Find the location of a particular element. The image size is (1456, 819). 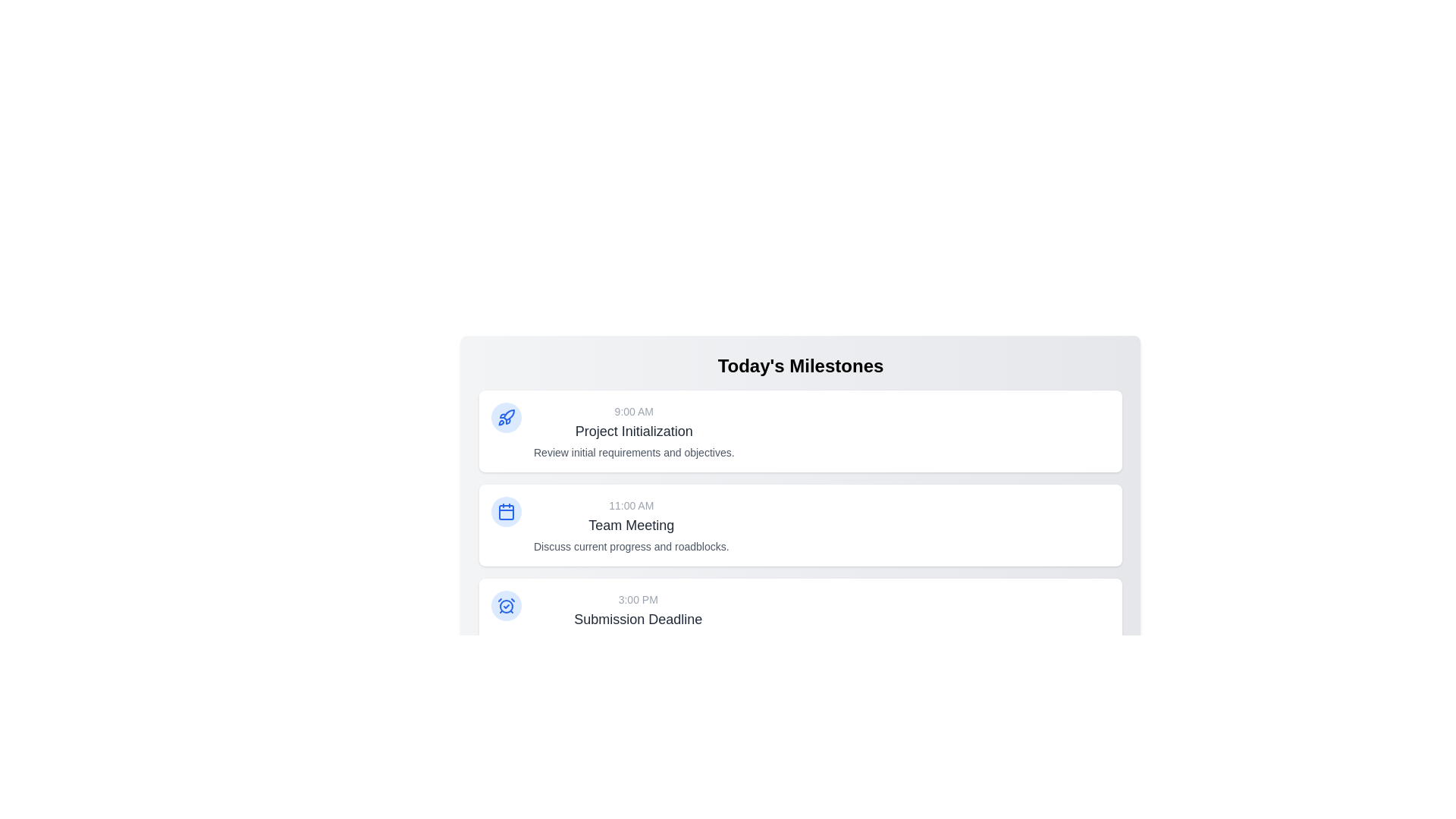

associated information of the third list item in the milestone tracker indicating a submission deadline at 3:00 PM is located at coordinates (800, 620).